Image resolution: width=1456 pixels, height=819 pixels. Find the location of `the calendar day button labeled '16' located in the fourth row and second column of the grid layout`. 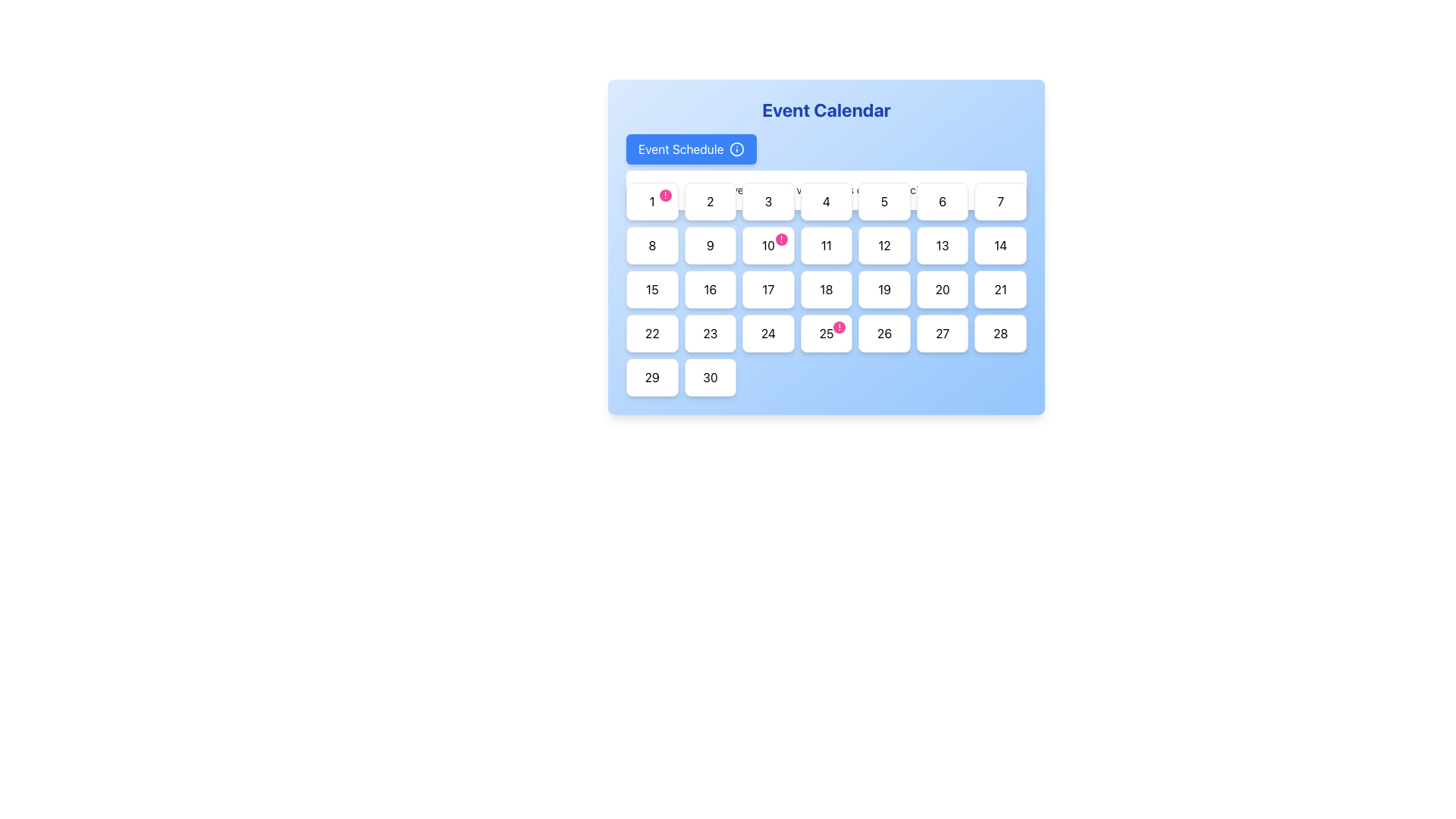

the calendar day button labeled '16' located in the fourth row and second column of the grid layout is located at coordinates (709, 289).